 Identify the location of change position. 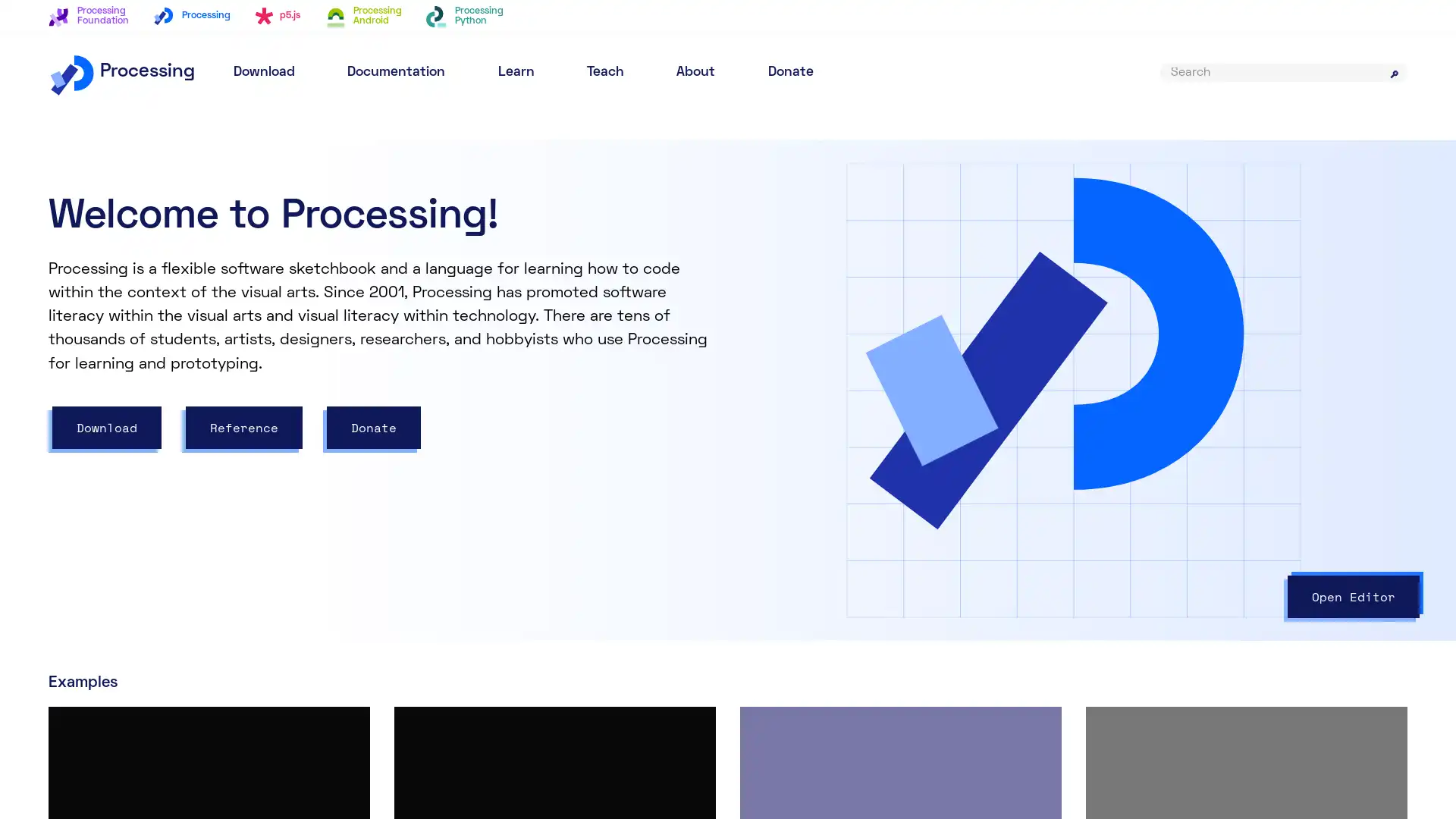
(1156, 416).